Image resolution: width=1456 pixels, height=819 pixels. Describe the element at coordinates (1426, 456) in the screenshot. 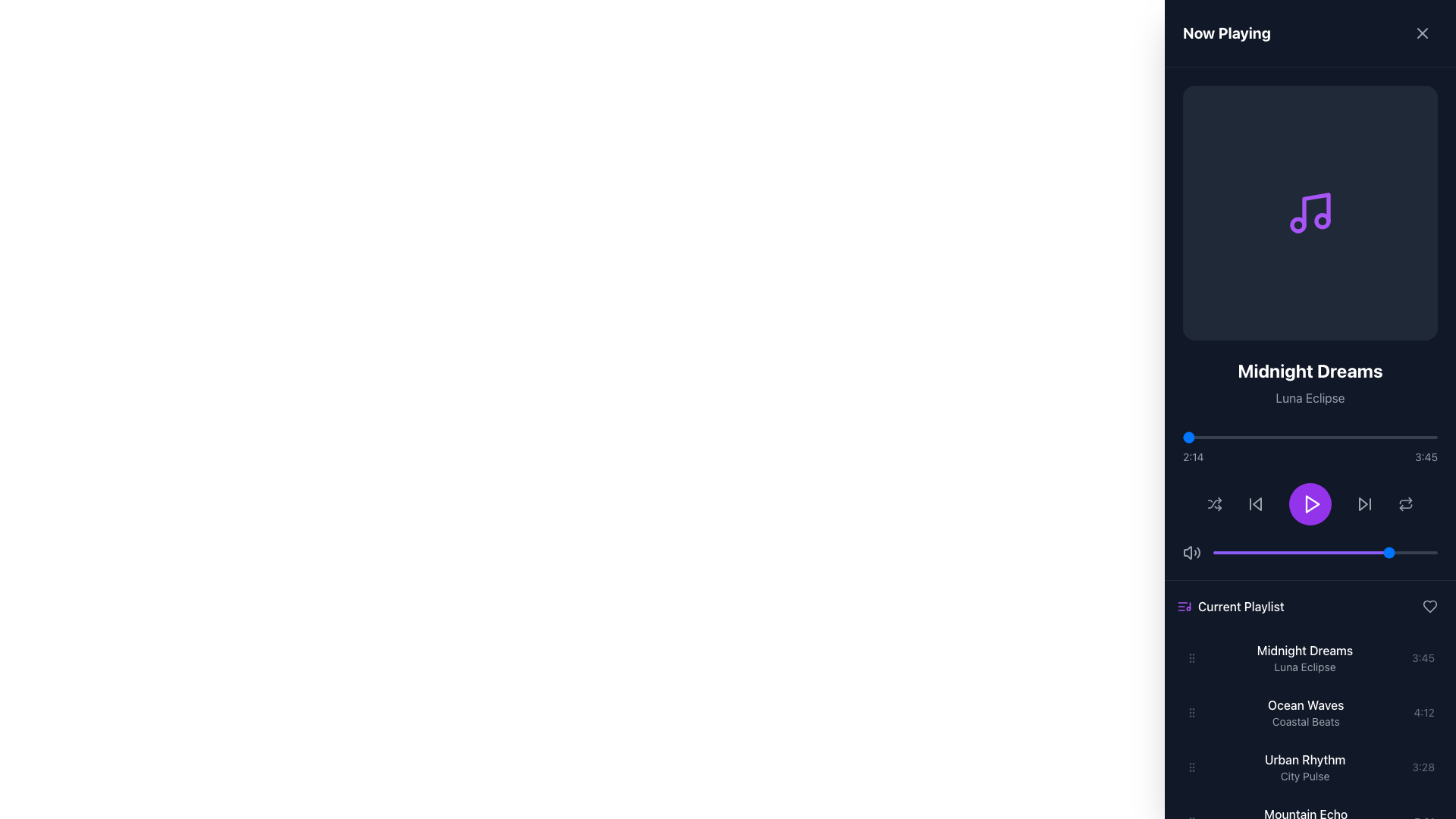

I see `the text label displaying the total duration of the currently playing media, which shows '2:14' and is located at the right end of the time display bar` at that location.